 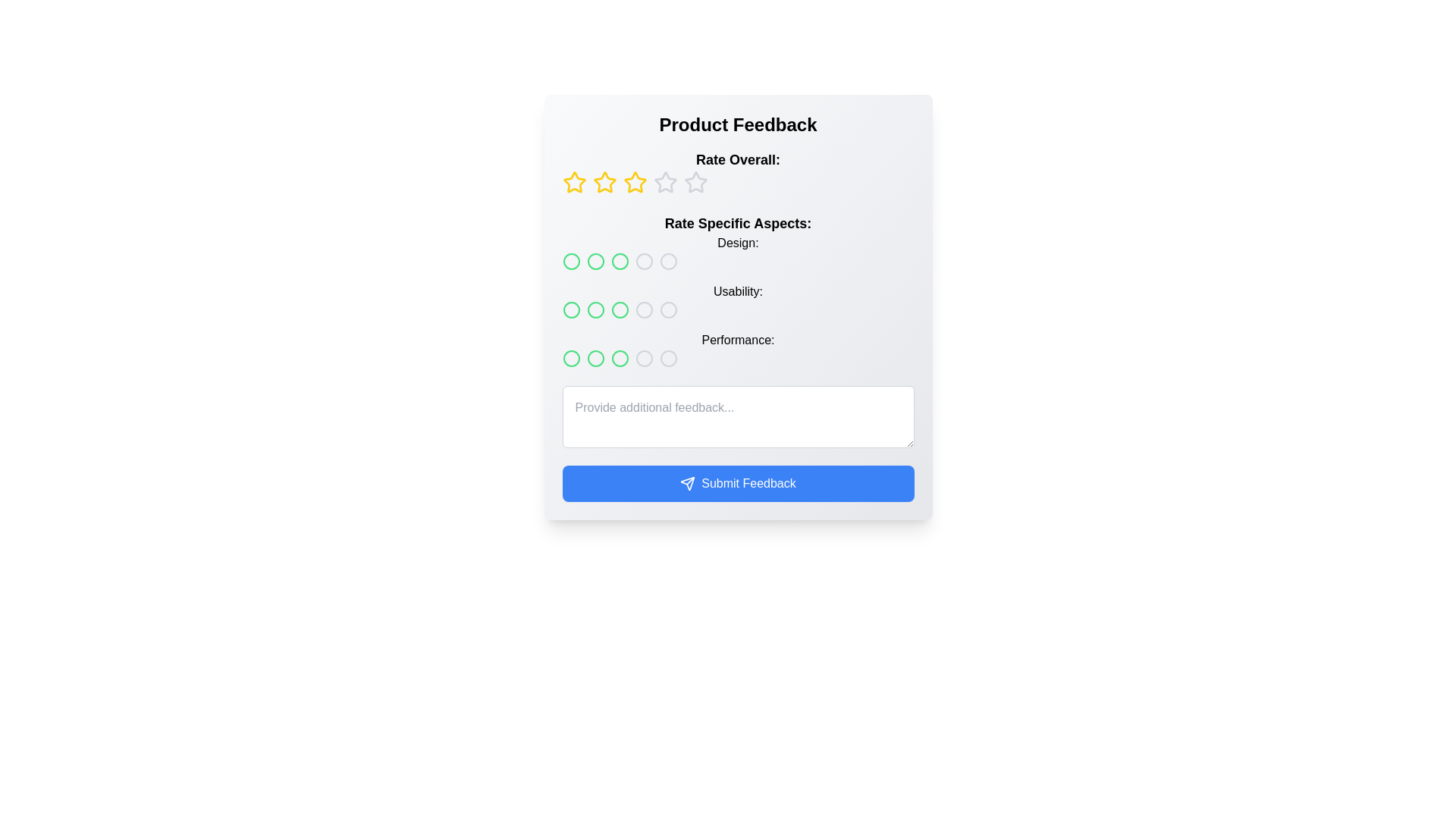 What do you see at coordinates (595, 309) in the screenshot?
I see `the second radio button in the horizontal group of rating options under the 'Usability' category` at bounding box center [595, 309].